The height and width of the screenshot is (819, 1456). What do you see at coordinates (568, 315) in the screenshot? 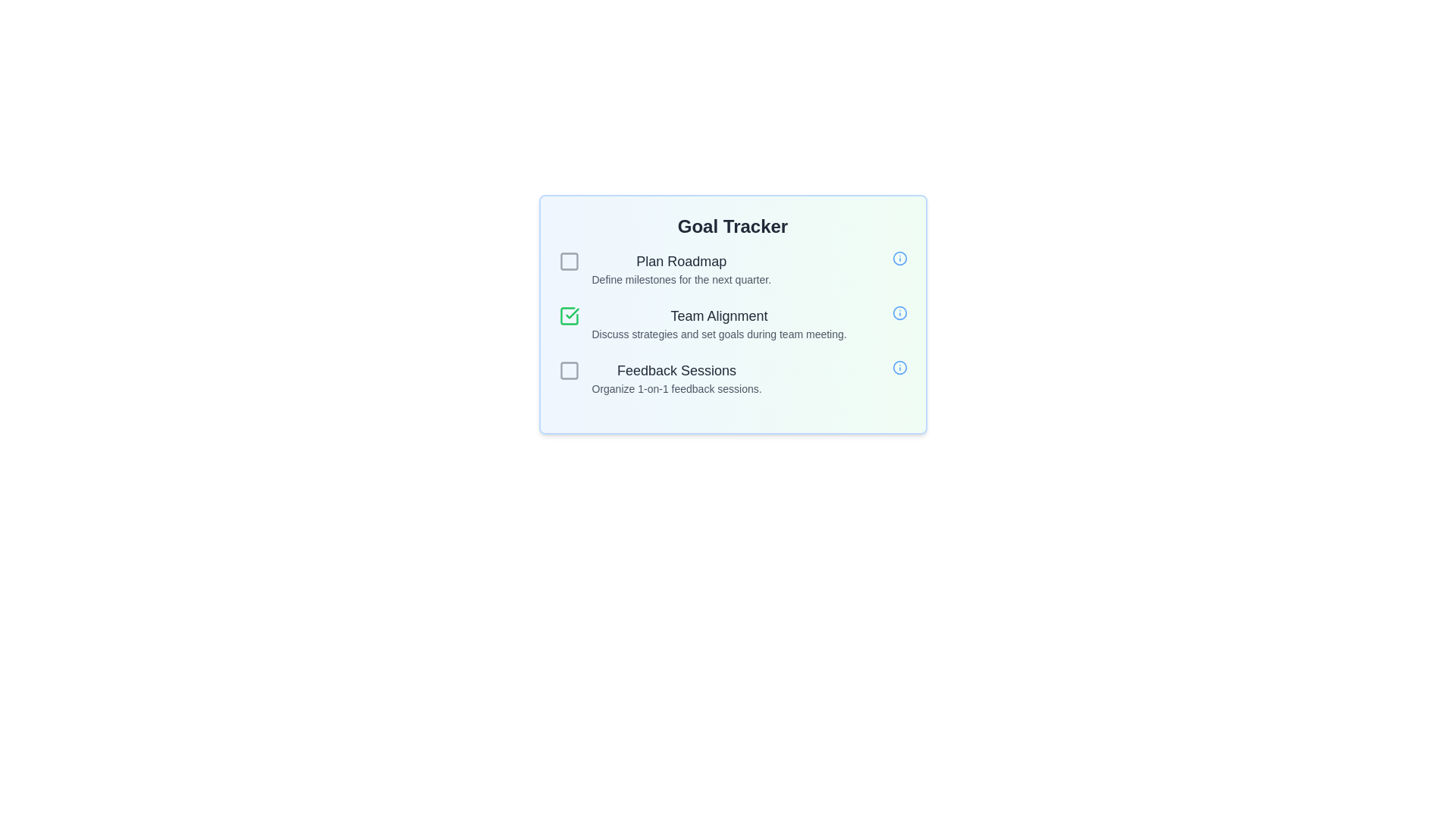
I see `the checkbox element, which is a green-filled square outline with a checkmark, located in front of the 'Team Alignment' text in the second row under the 'Goal Tracker' heading` at bounding box center [568, 315].